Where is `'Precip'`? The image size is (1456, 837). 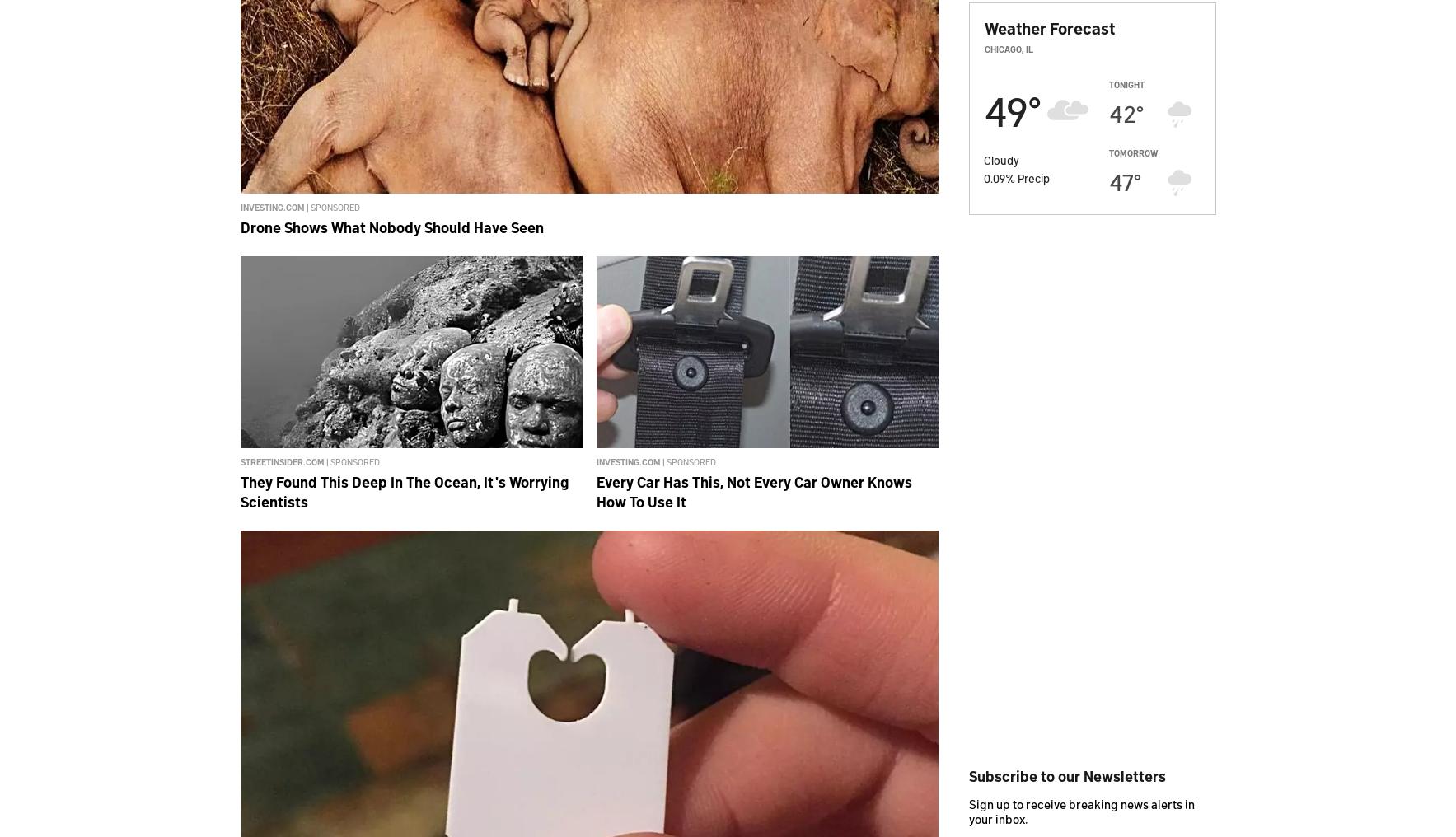
'Precip' is located at coordinates (1016, 178).